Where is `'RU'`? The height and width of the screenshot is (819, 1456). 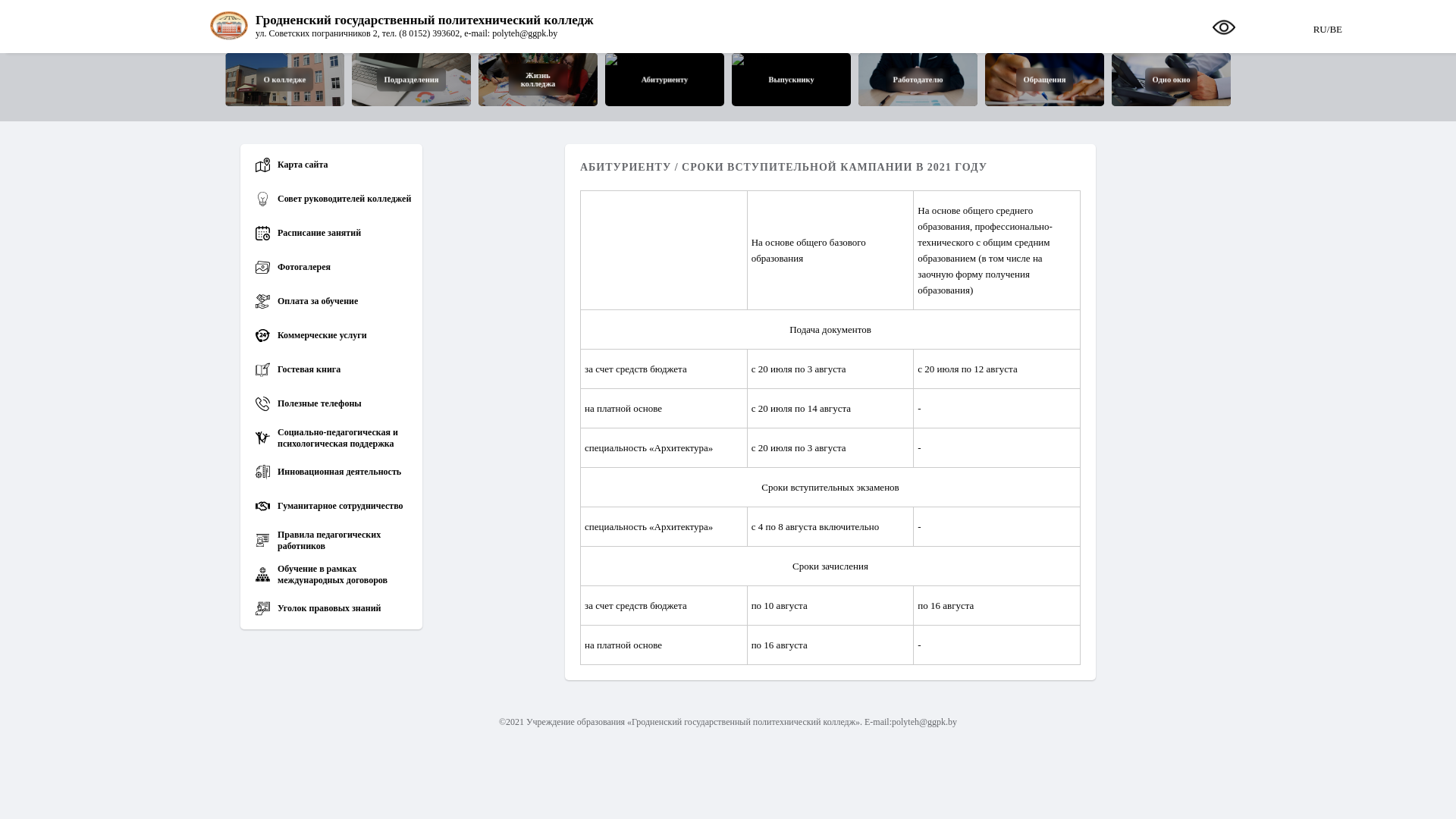
'RU' is located at coordinates (1319, 26).